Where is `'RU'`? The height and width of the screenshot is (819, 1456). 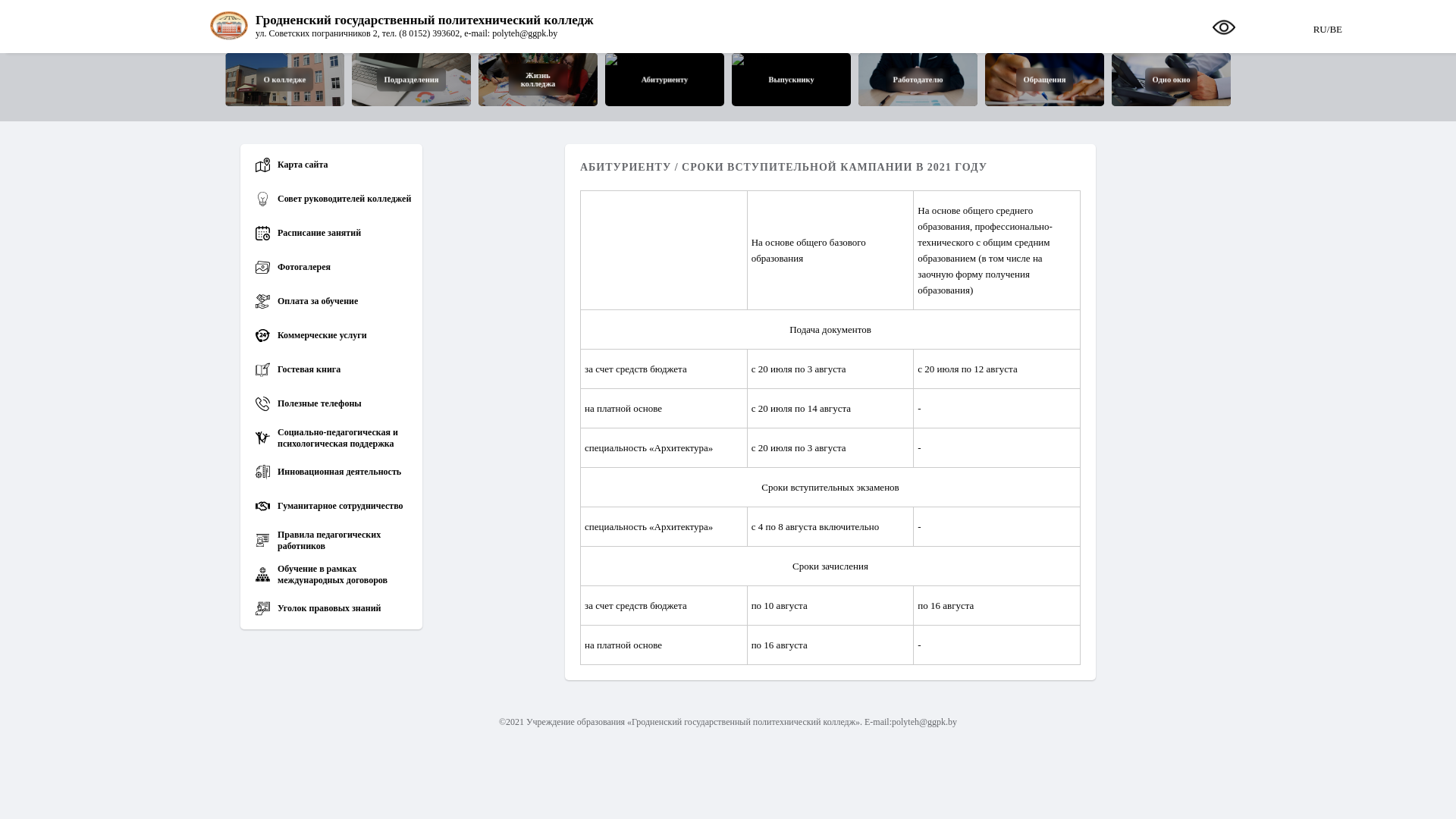
'RU' is located at coordinates (1319, 26).